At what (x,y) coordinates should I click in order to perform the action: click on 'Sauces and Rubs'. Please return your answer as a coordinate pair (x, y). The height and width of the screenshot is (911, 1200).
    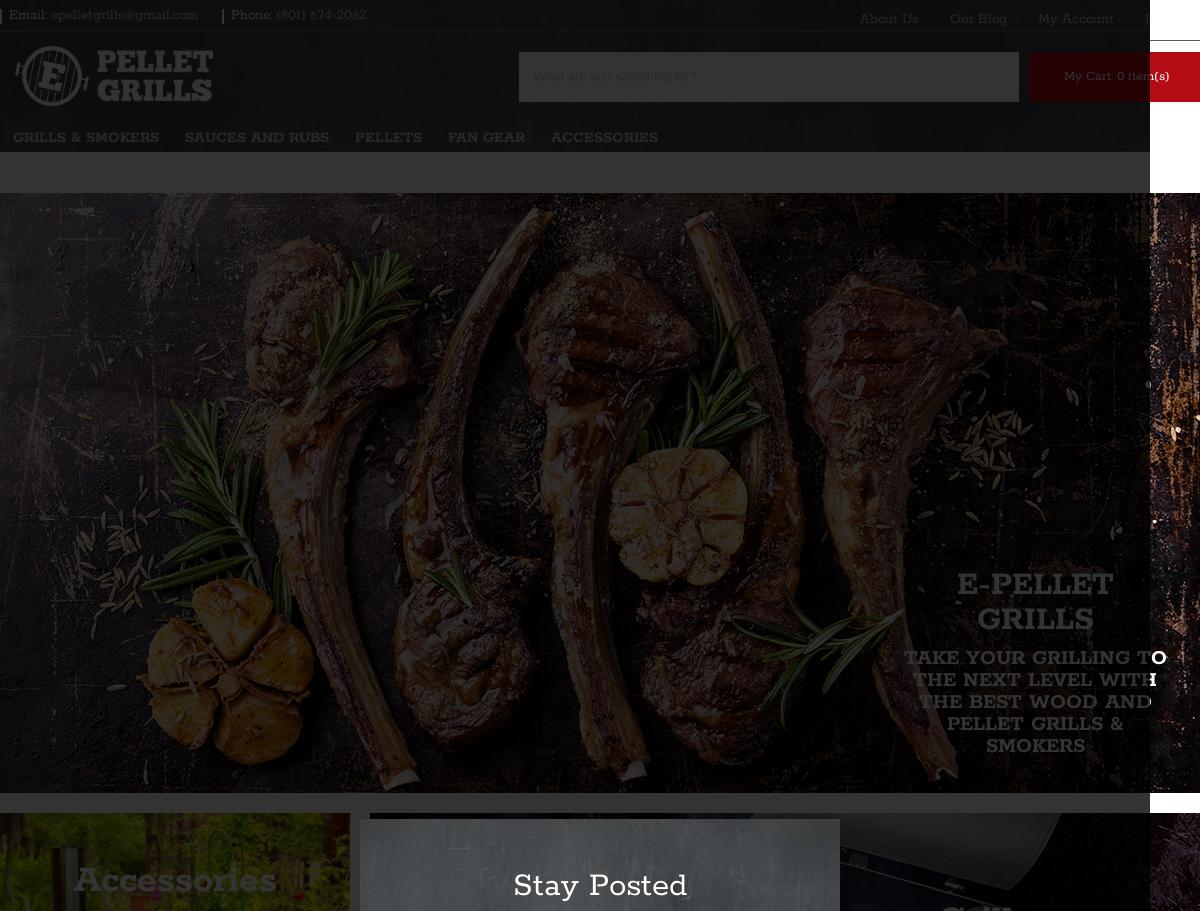
    Looking at the image, I should click on (256, 137).